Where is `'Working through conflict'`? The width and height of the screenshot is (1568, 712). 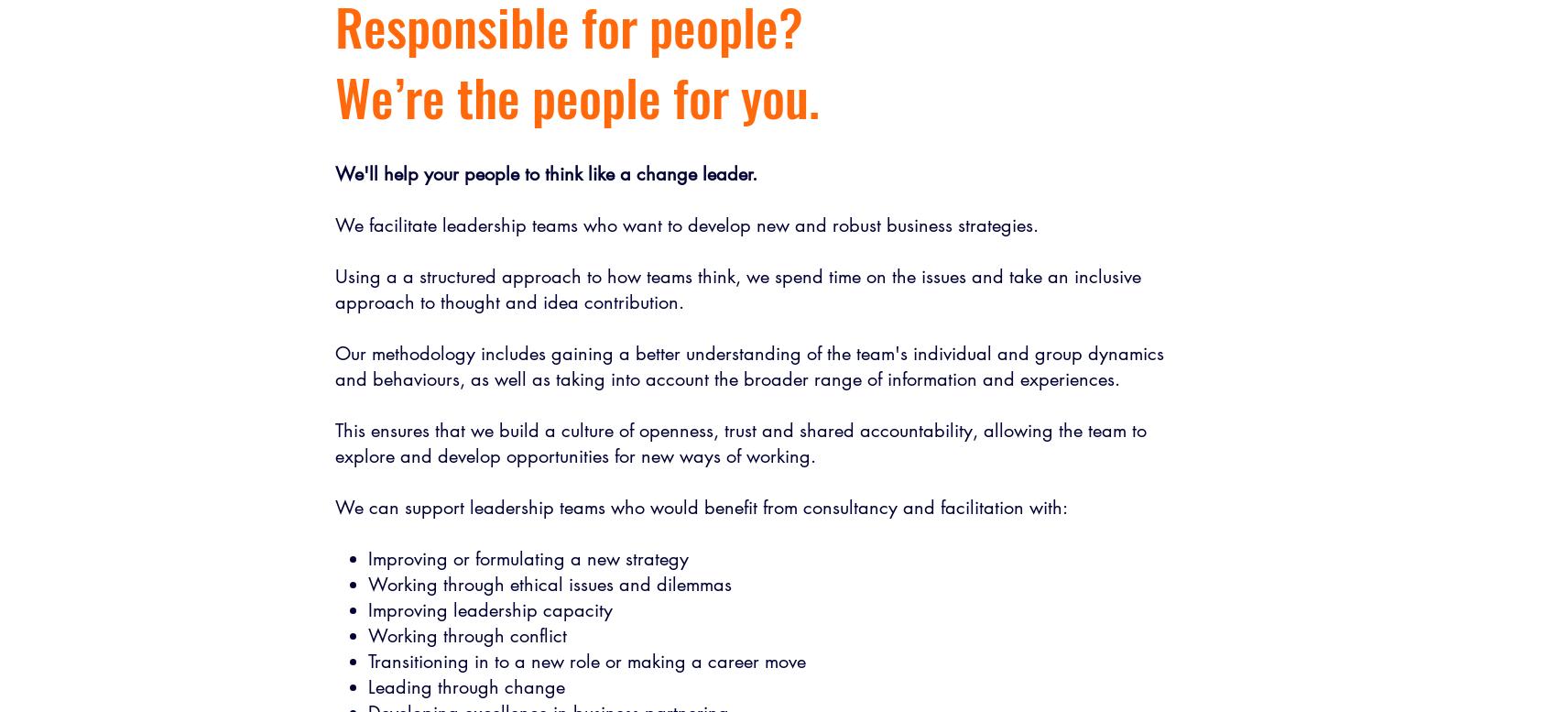
'Working through conflict' is located at coordinates (466, 636).